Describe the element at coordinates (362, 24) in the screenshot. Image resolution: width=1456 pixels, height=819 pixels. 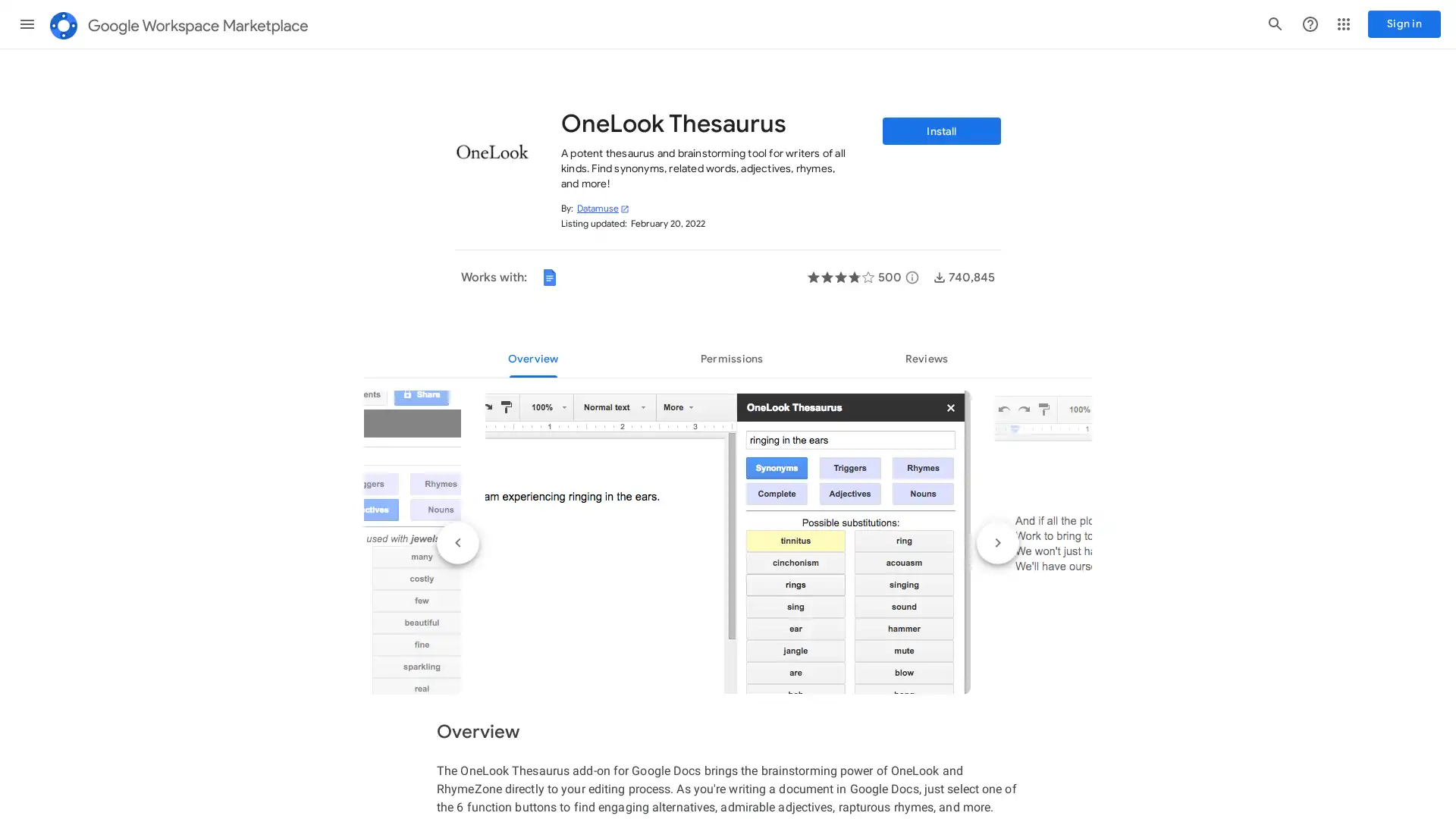
I see `Search` at that location.